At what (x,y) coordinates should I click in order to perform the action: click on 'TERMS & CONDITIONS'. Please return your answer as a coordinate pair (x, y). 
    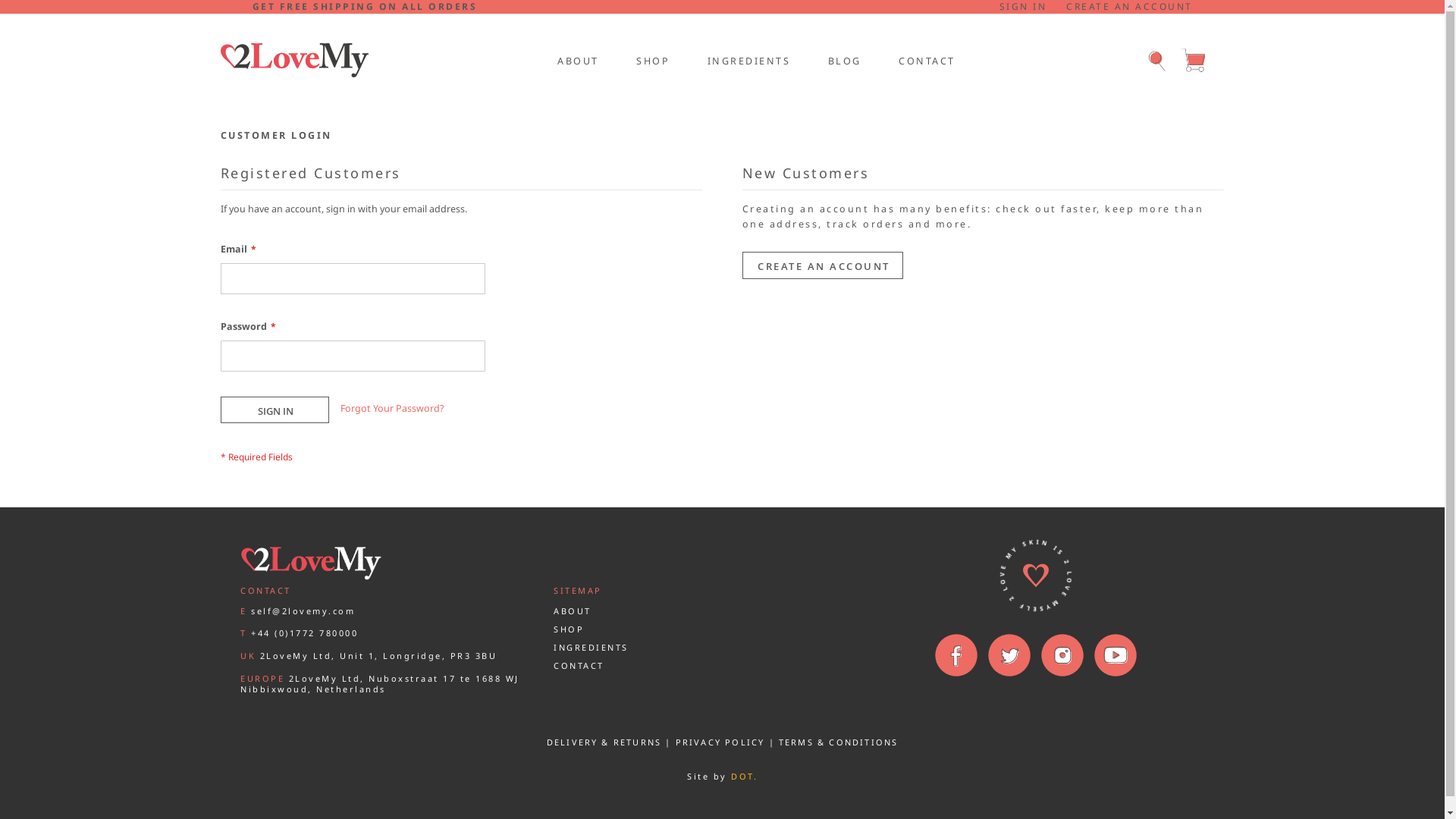
    Looking at the image, I should click on (837, 741).